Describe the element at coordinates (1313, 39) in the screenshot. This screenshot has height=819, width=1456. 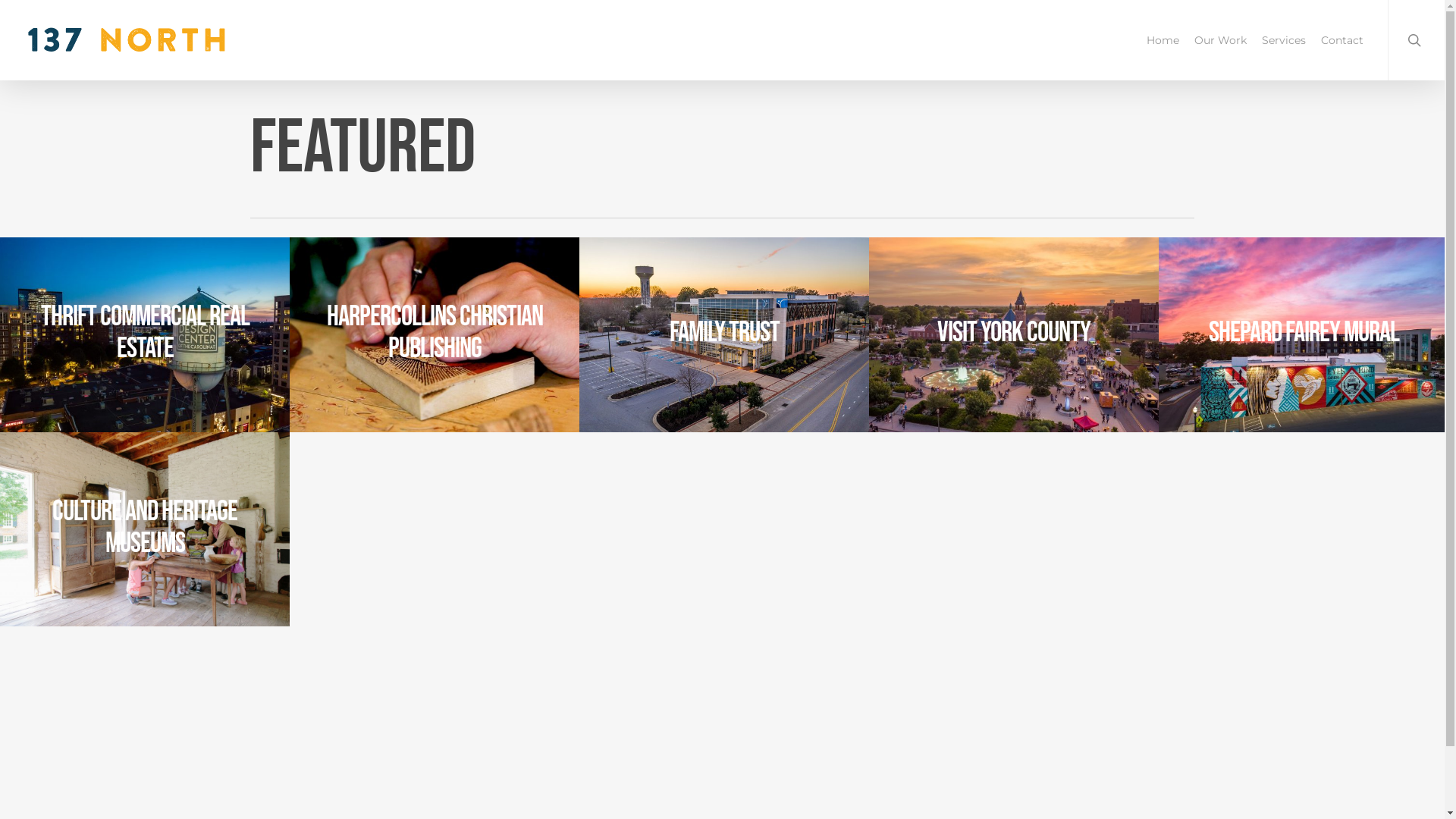
I see `'Contact'` at that location.